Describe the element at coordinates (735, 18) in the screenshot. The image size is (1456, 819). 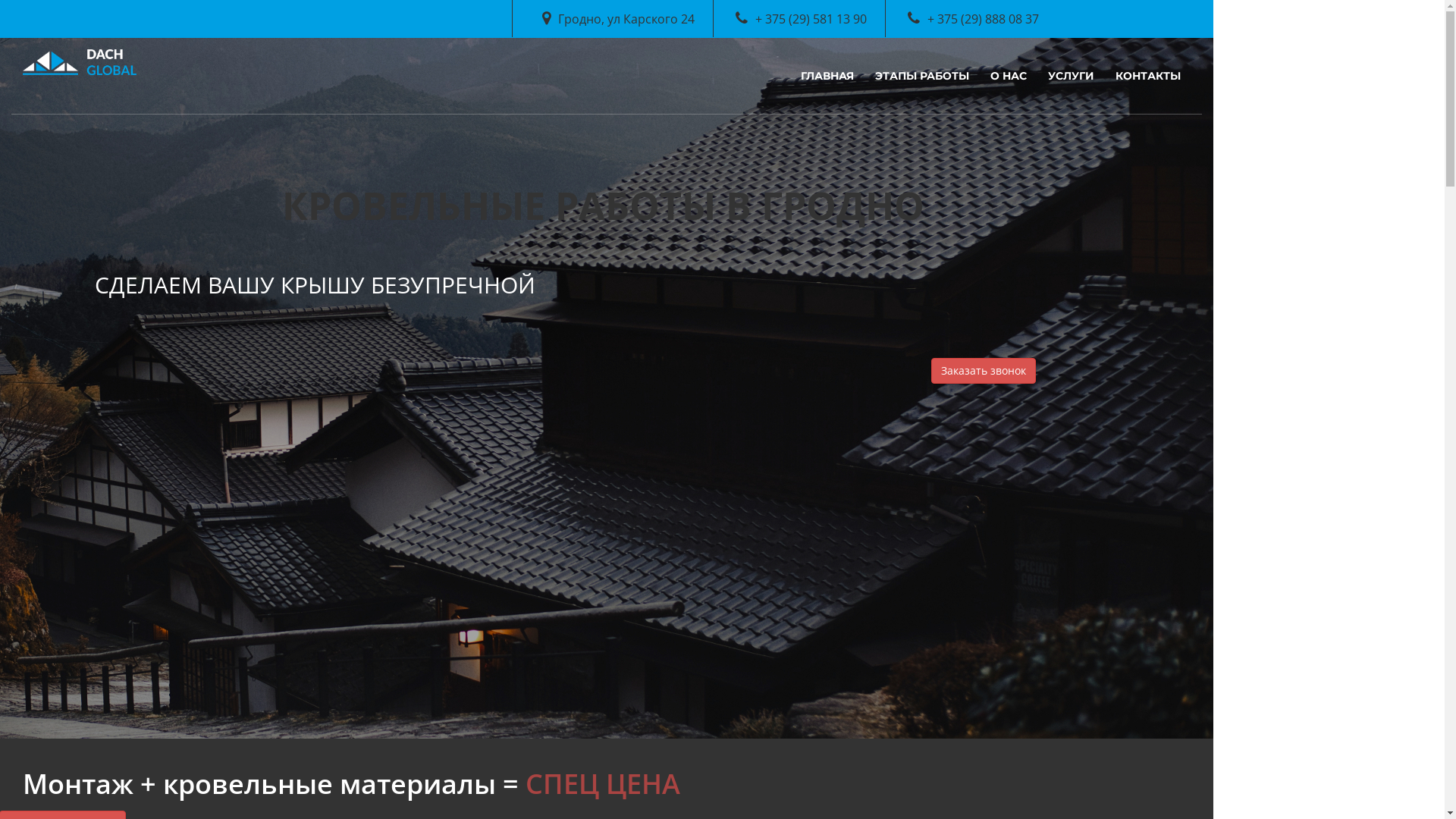
I see `'+ 375 (29) 581 13 90'` at that location.